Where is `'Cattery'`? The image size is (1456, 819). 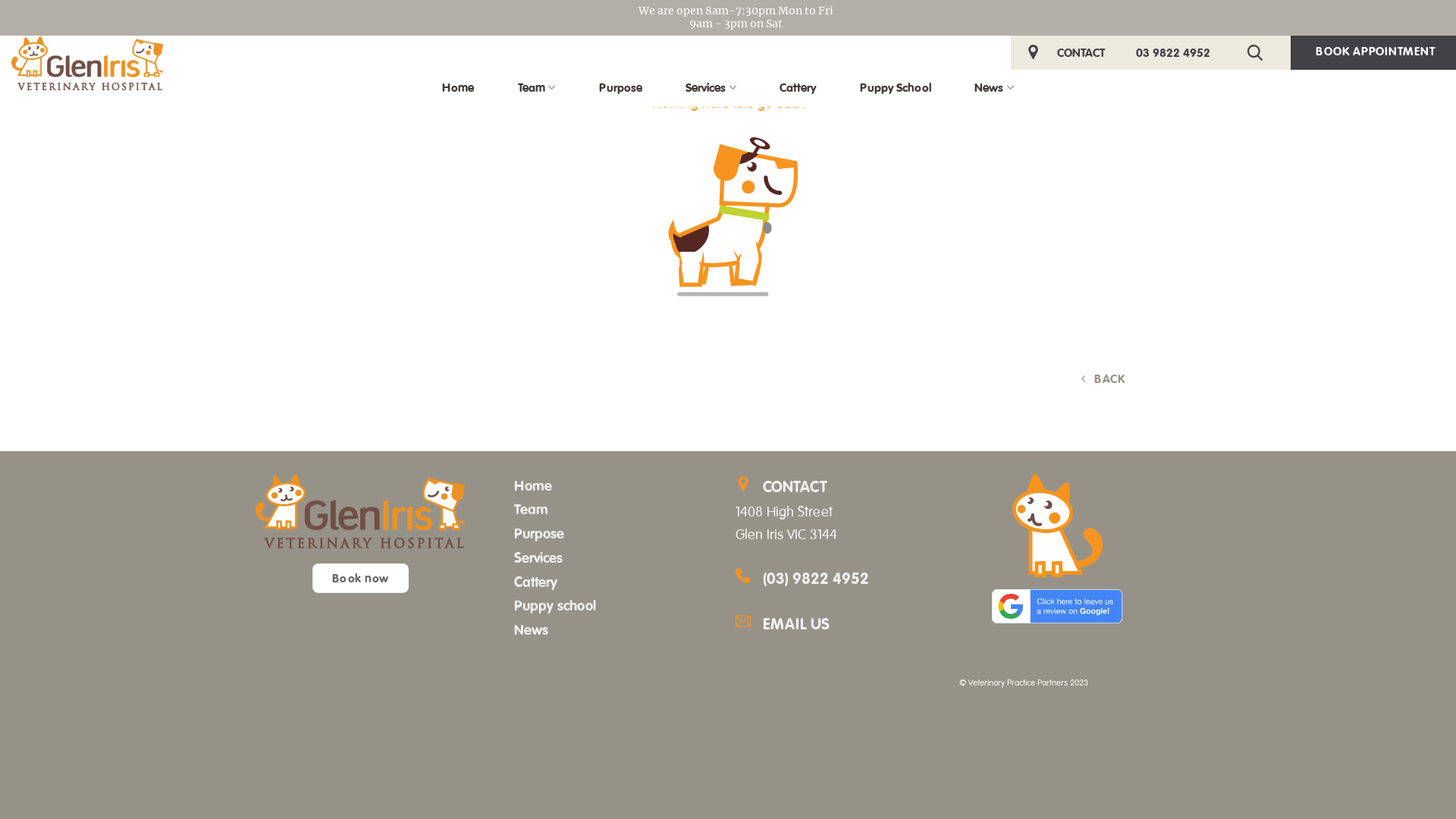
'Cattery' is located at coordinates (535, 581).